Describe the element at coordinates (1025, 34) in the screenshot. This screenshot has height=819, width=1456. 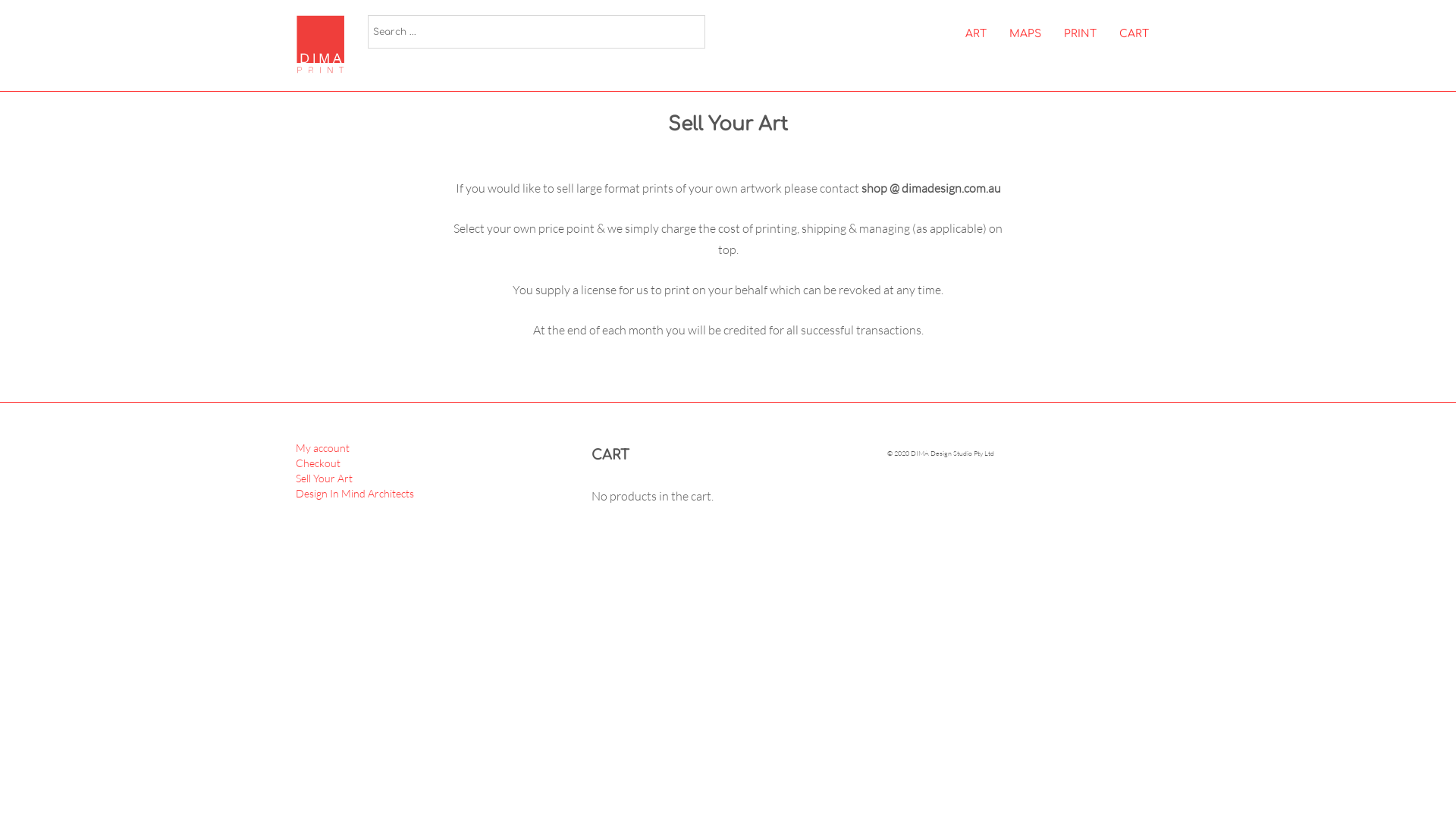
I see `'MAPS'` at that location.